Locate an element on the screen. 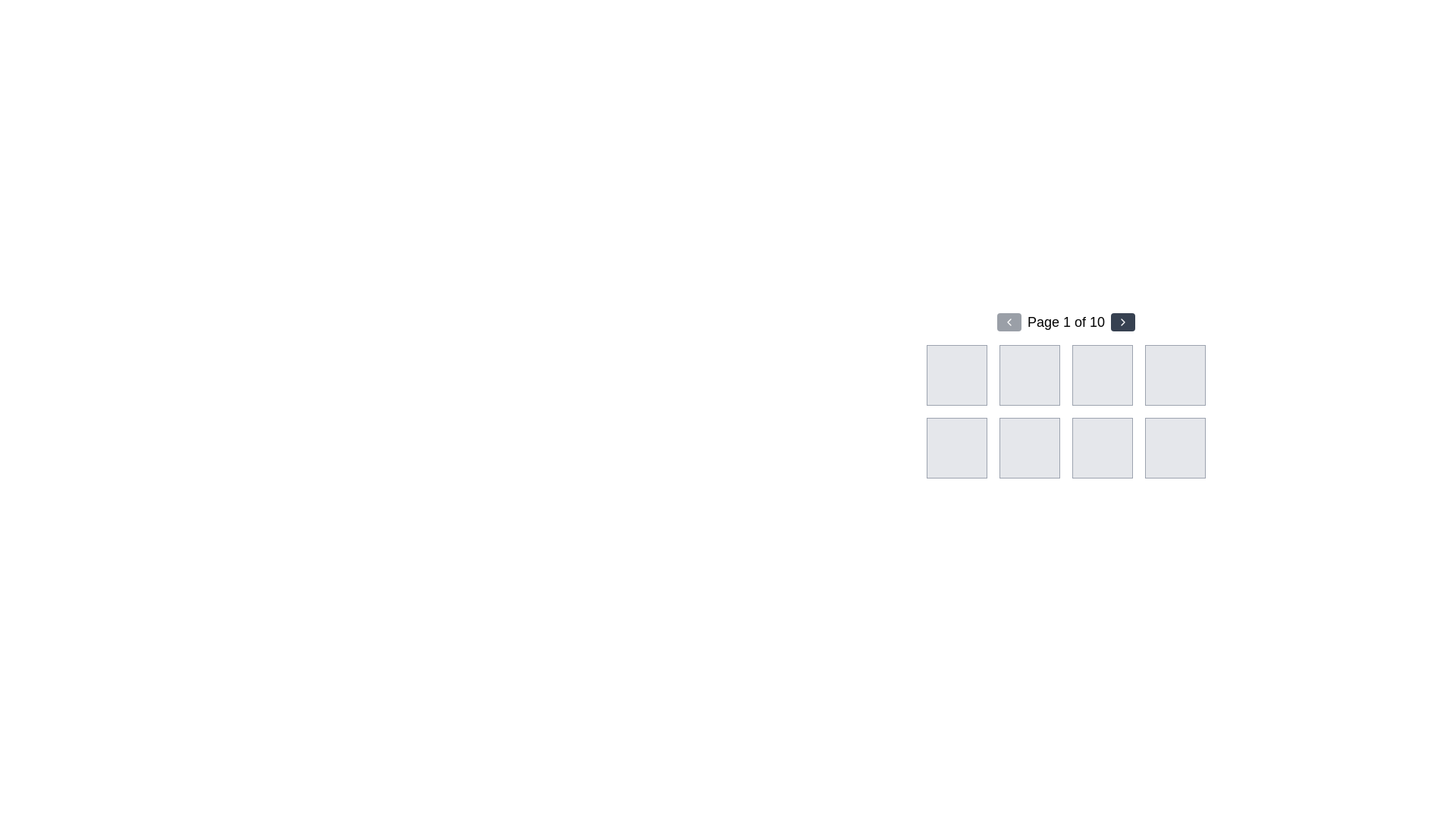  the decorative box located in the second row and second column of the grid layout, which serves as a placeholder and is the sixth element among its siblings is located at coordinates (1030, 447).